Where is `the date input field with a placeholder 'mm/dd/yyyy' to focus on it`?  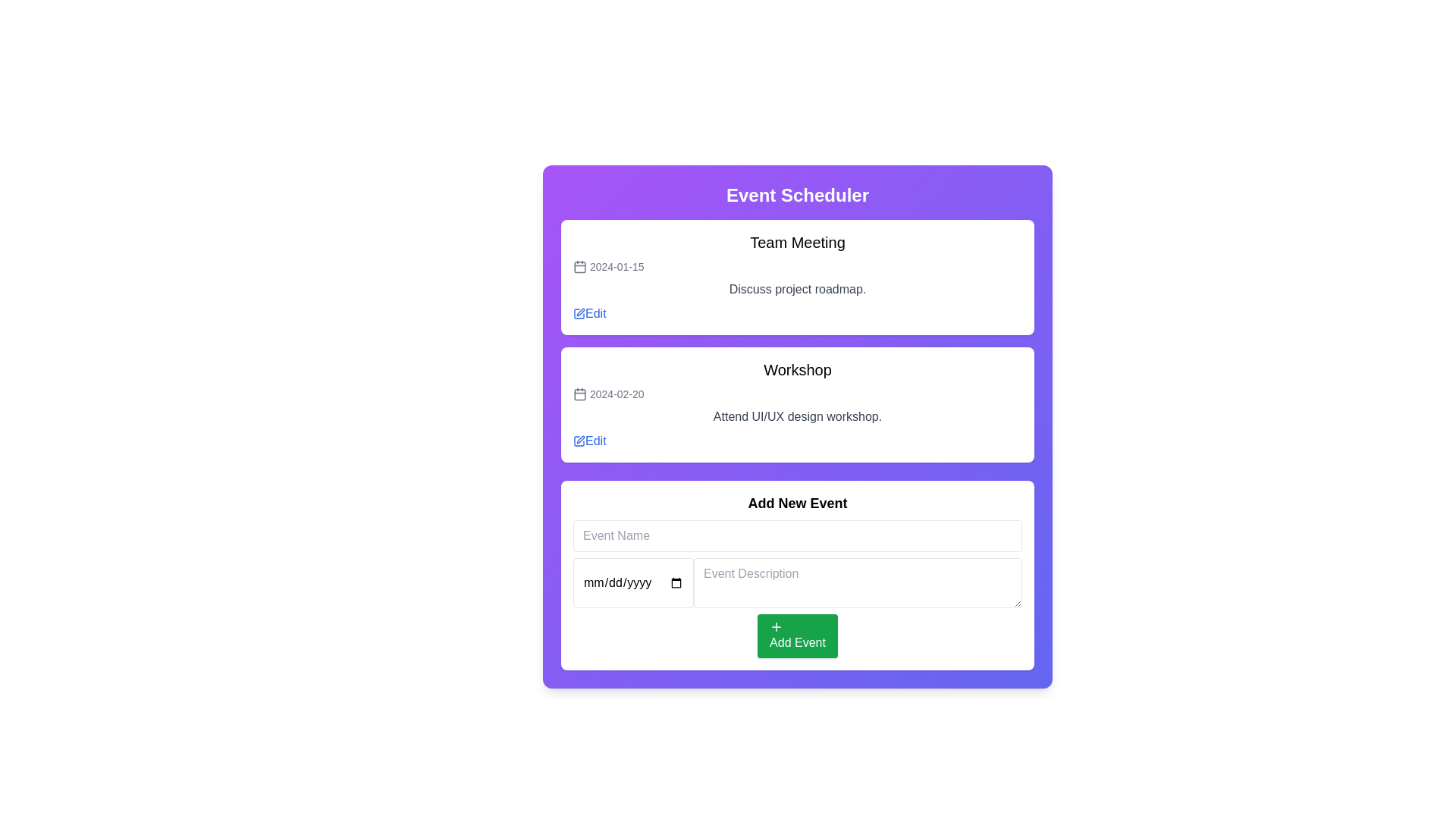 the date input field with a placeholder 'mm/dd/yyyy' to focus on it is located at coordinates (633, 582).